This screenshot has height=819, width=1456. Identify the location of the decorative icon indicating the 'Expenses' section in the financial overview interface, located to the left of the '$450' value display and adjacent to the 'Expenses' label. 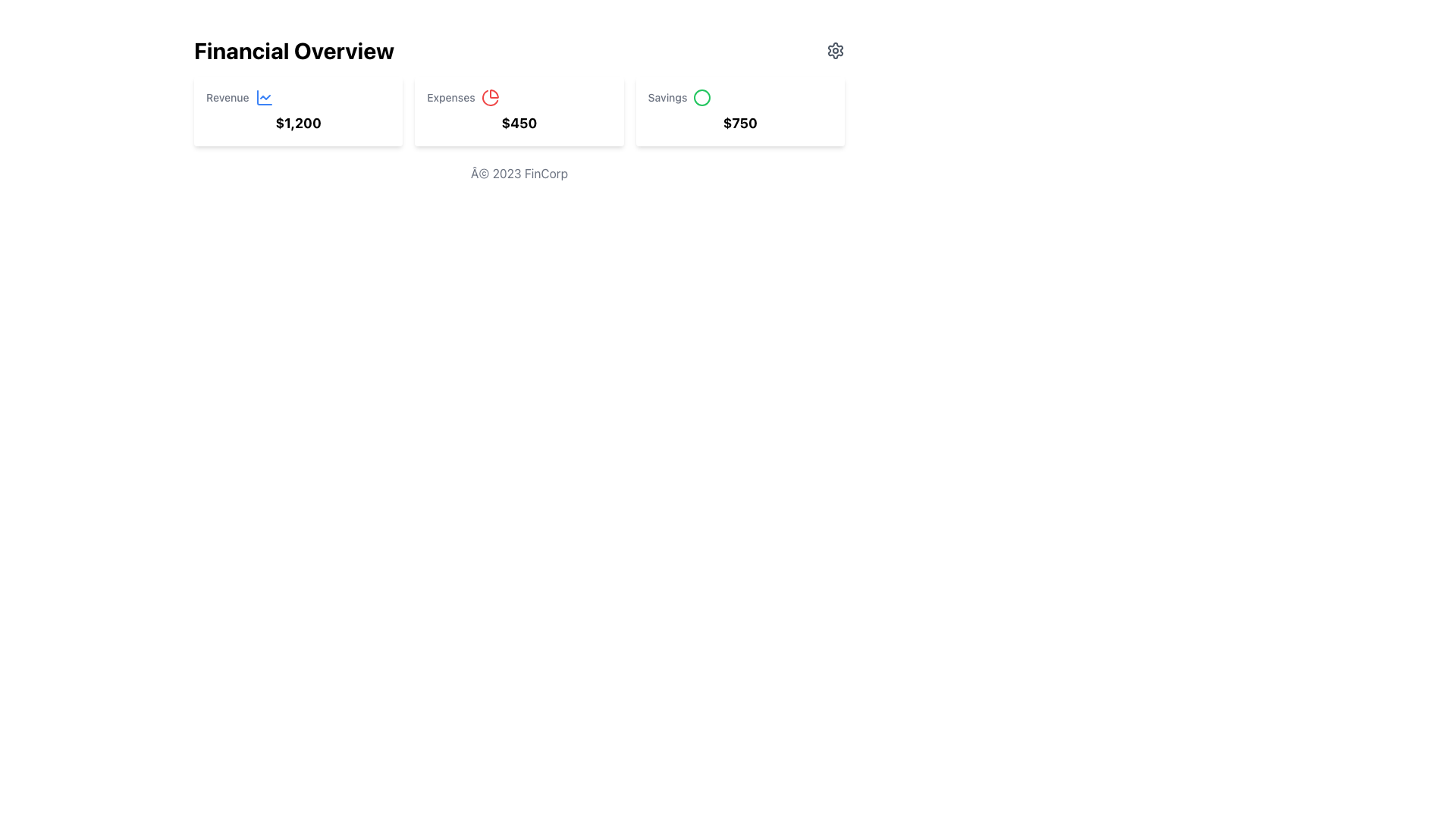
(490, 97).